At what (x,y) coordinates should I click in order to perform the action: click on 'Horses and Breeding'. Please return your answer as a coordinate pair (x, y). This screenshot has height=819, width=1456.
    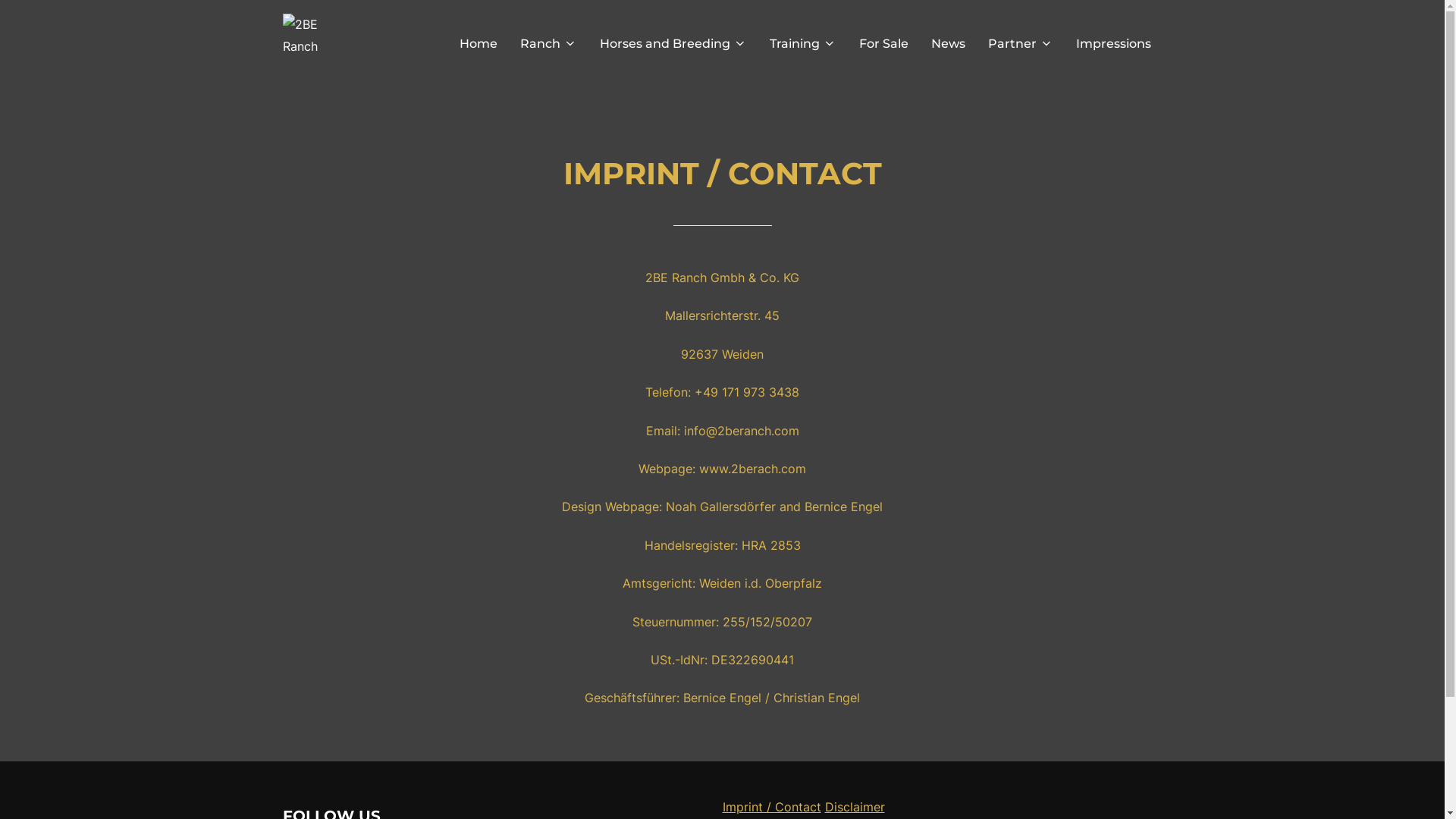
    Looking at the image, I should click on (672, 42).